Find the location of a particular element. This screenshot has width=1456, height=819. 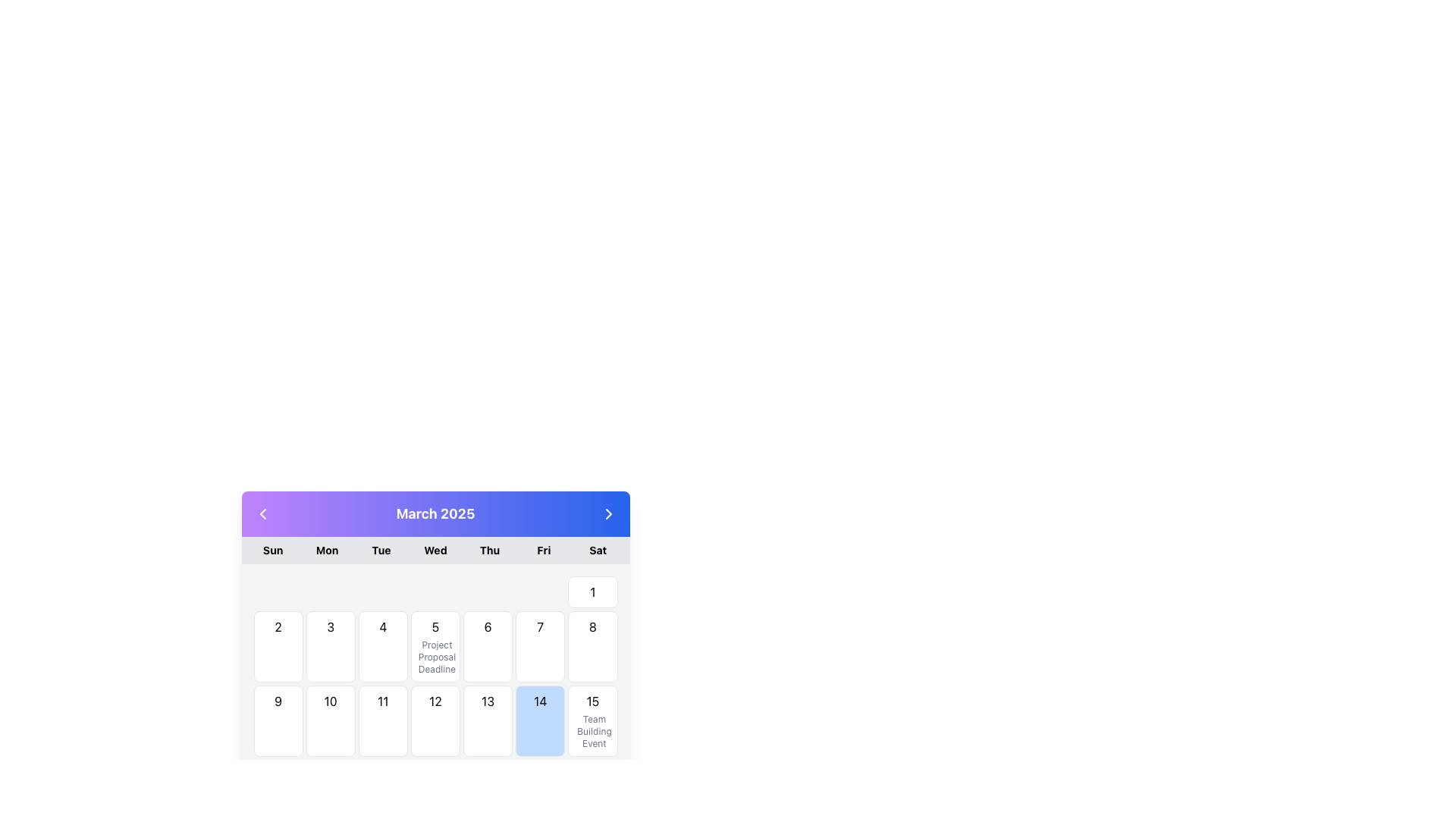

the text label displaying 'Wed', which is styled in bold, black font on a light-gray background, located in the fourth position of the header row in a calendar grid layout is located at coordinates (435, 550).